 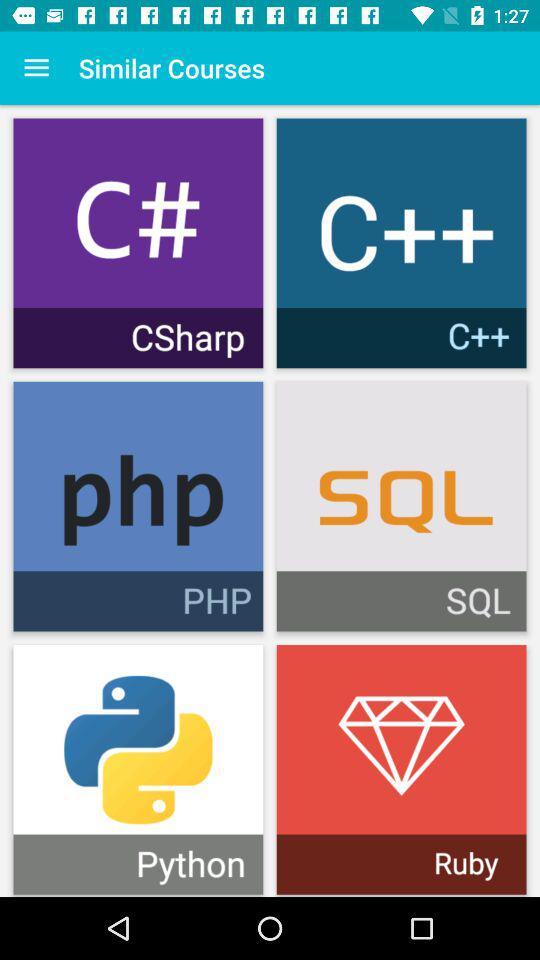 I want to click on the icon to the left of the similar courses item, so click(x=36, y=68).